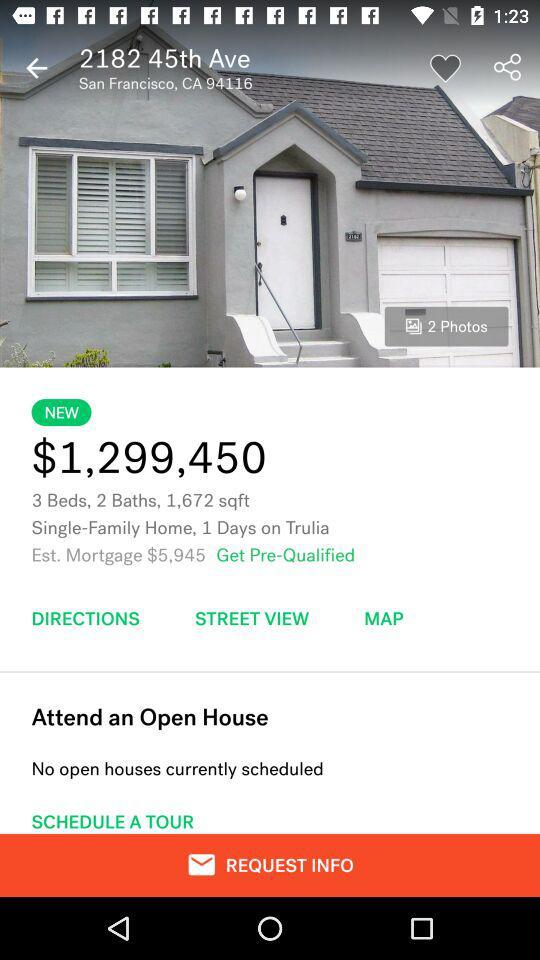  What do you see at coordinates (445, 68) in the screenshot?
I see `heart symbol on the top right of the web page` at bounding box center [445, 68].